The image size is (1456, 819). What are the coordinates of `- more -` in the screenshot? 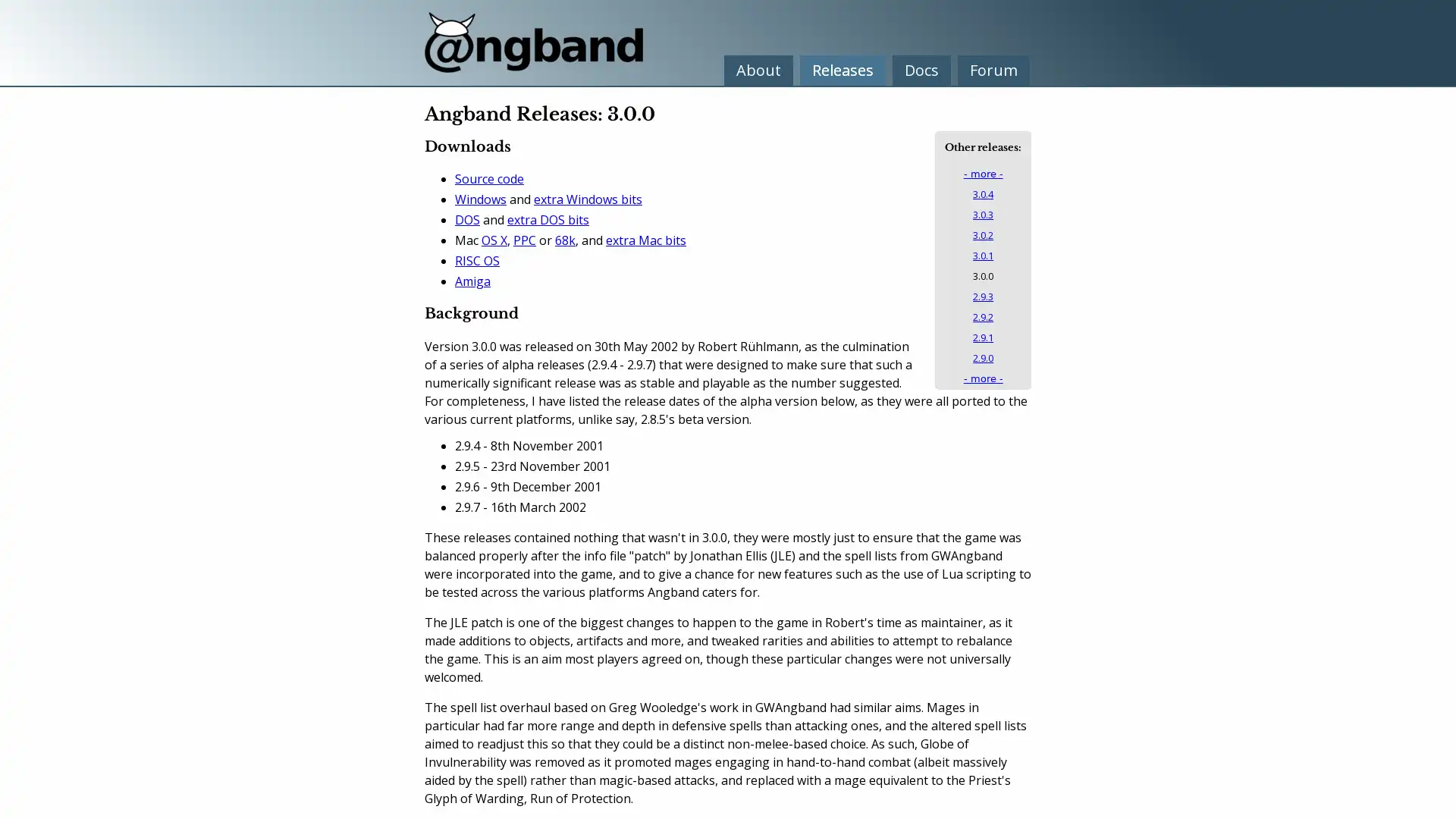 It's located at (983, 378).